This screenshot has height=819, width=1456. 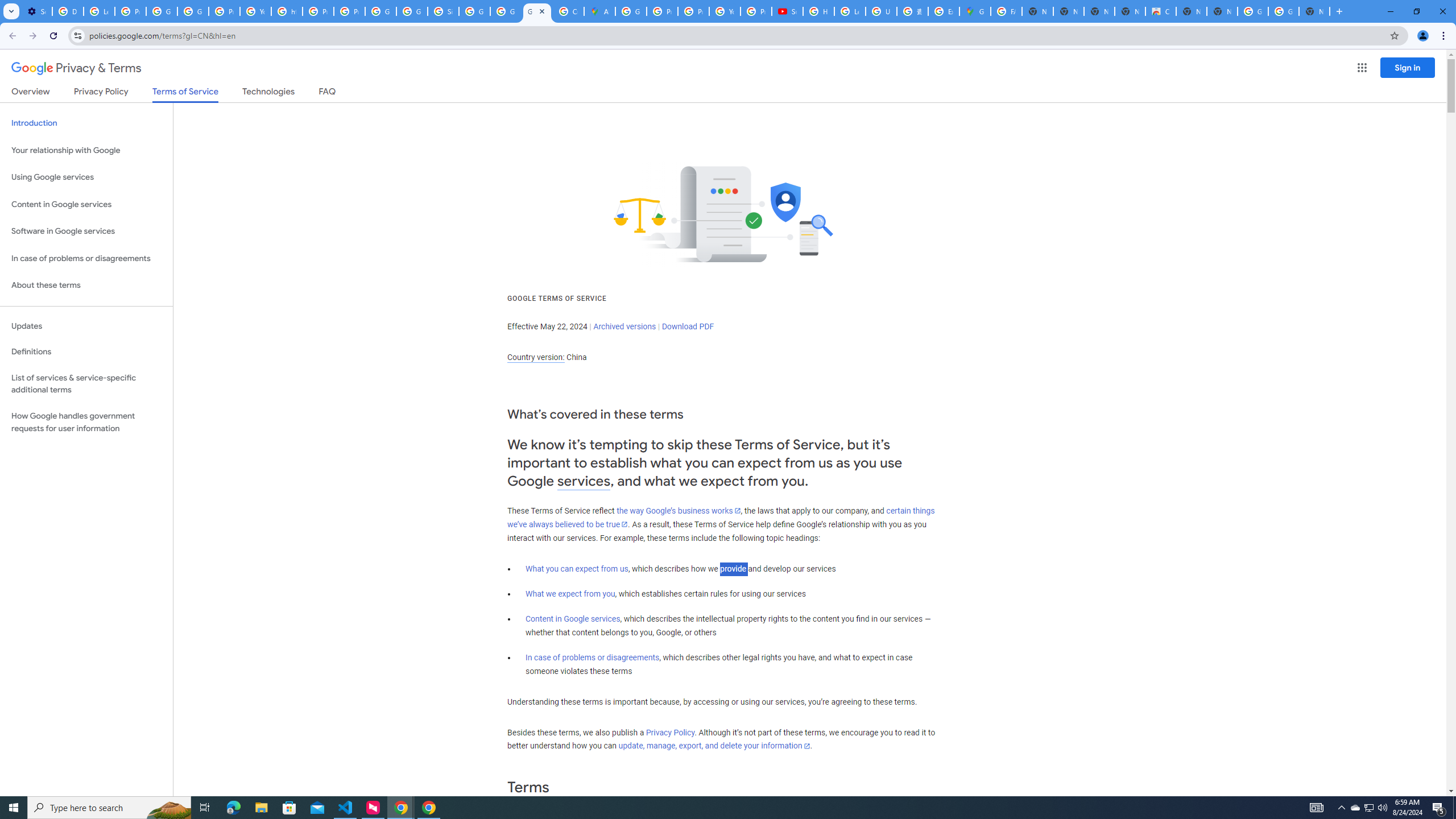 What do you see at coordinates (287, 11) in the screenshot?
I see `'https://scholar.google.com/'` at bounding box center [287, 11].